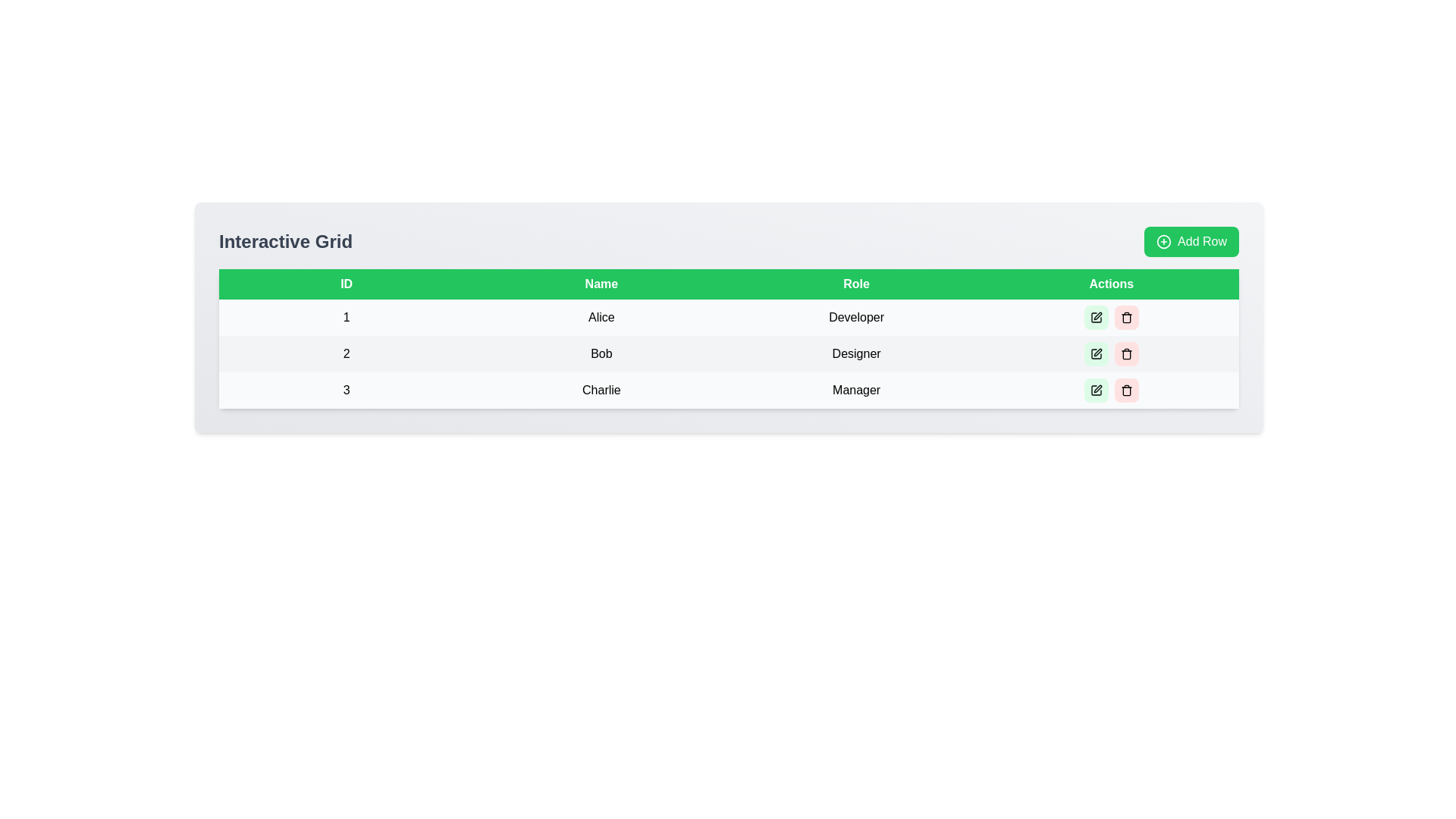  Describe the element at coordinates (856, 353) in the screenshot. I see `the static text label indicating the role associated with the entry 'Bob' in the second row of the table under the 'Role' column` at that location.